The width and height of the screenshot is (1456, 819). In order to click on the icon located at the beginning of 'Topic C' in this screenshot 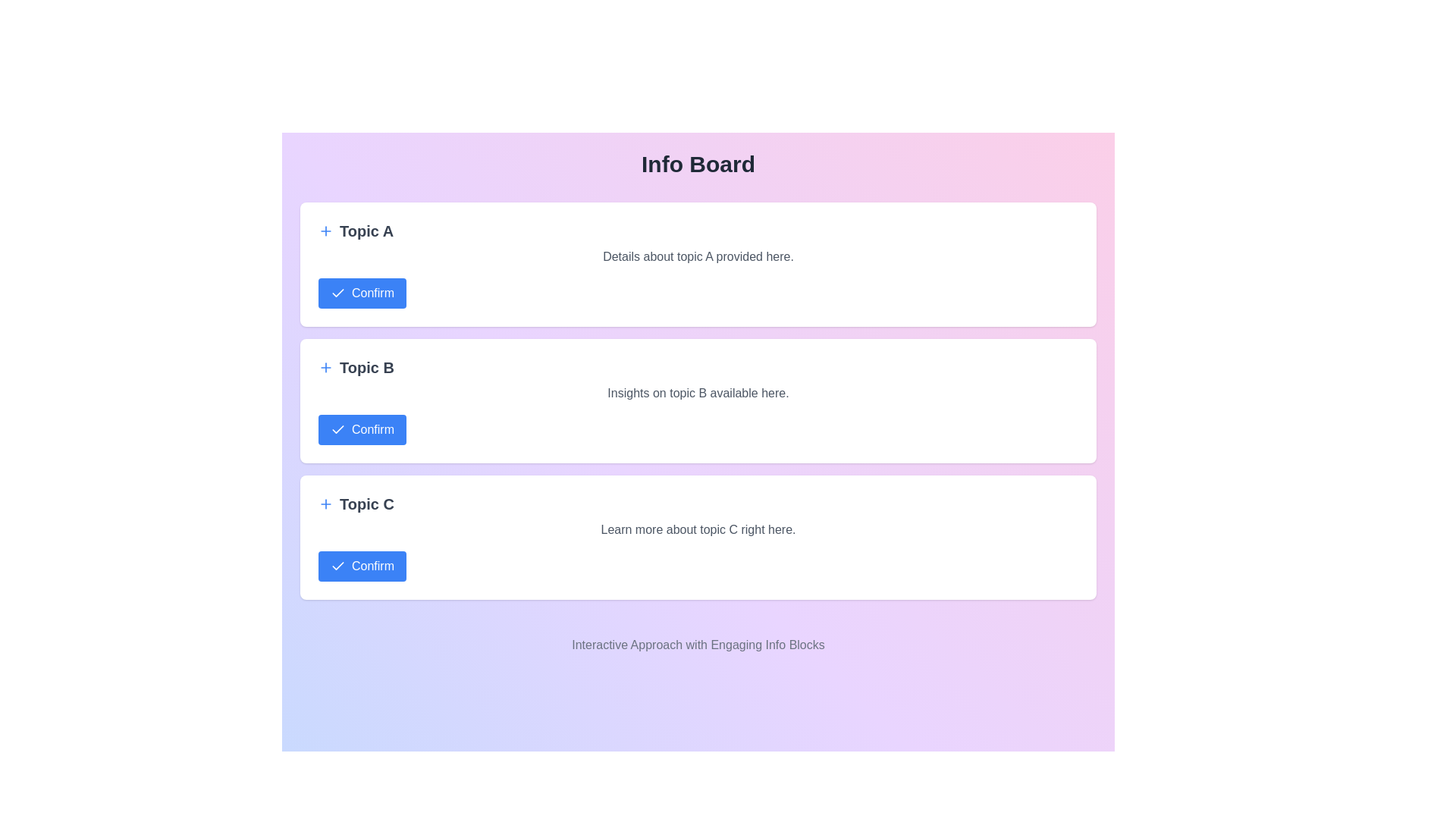, I will do `click(325, 504)`.